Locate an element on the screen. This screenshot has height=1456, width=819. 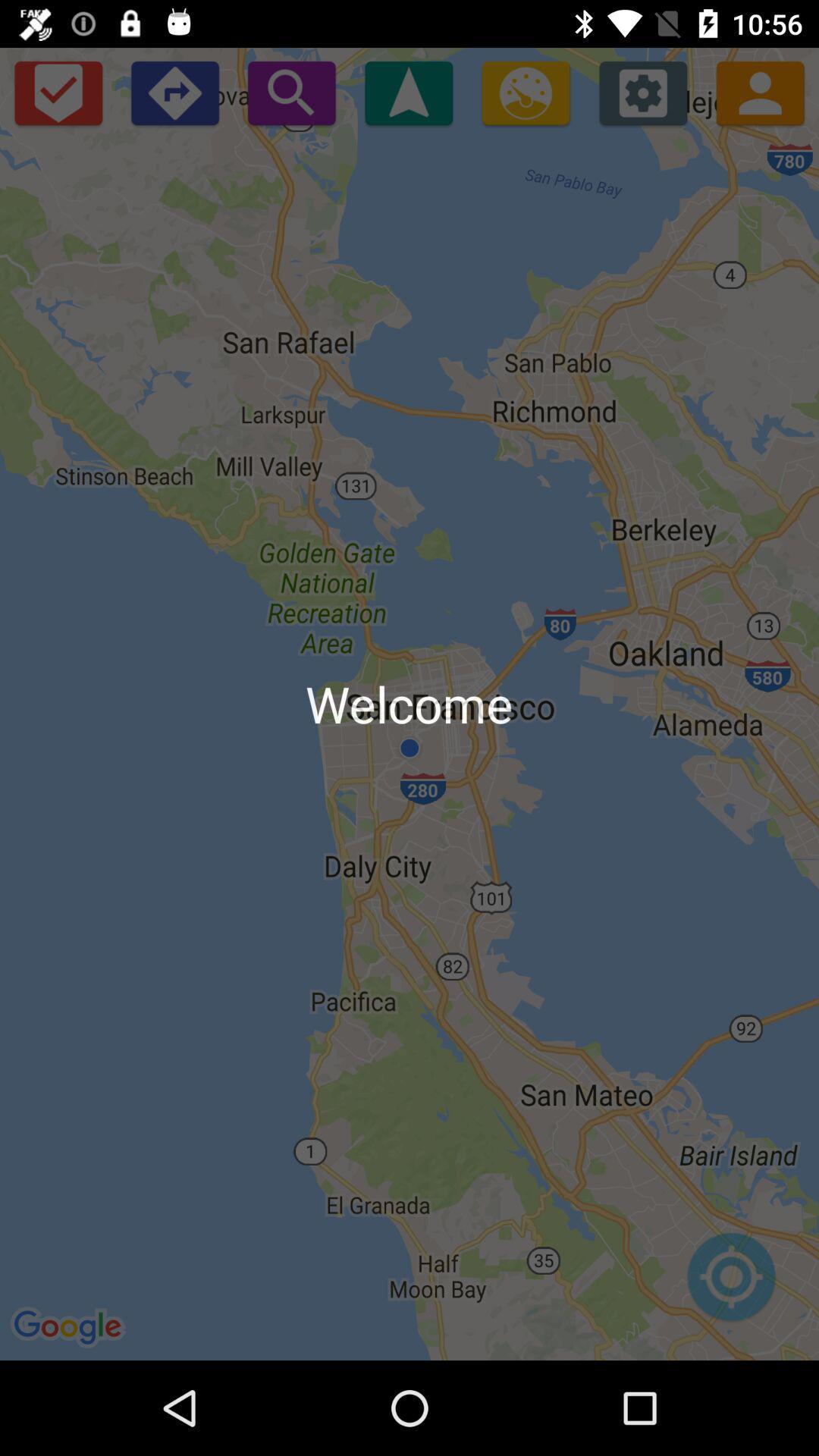
the avatar icon is located at coordinates (760, 92).